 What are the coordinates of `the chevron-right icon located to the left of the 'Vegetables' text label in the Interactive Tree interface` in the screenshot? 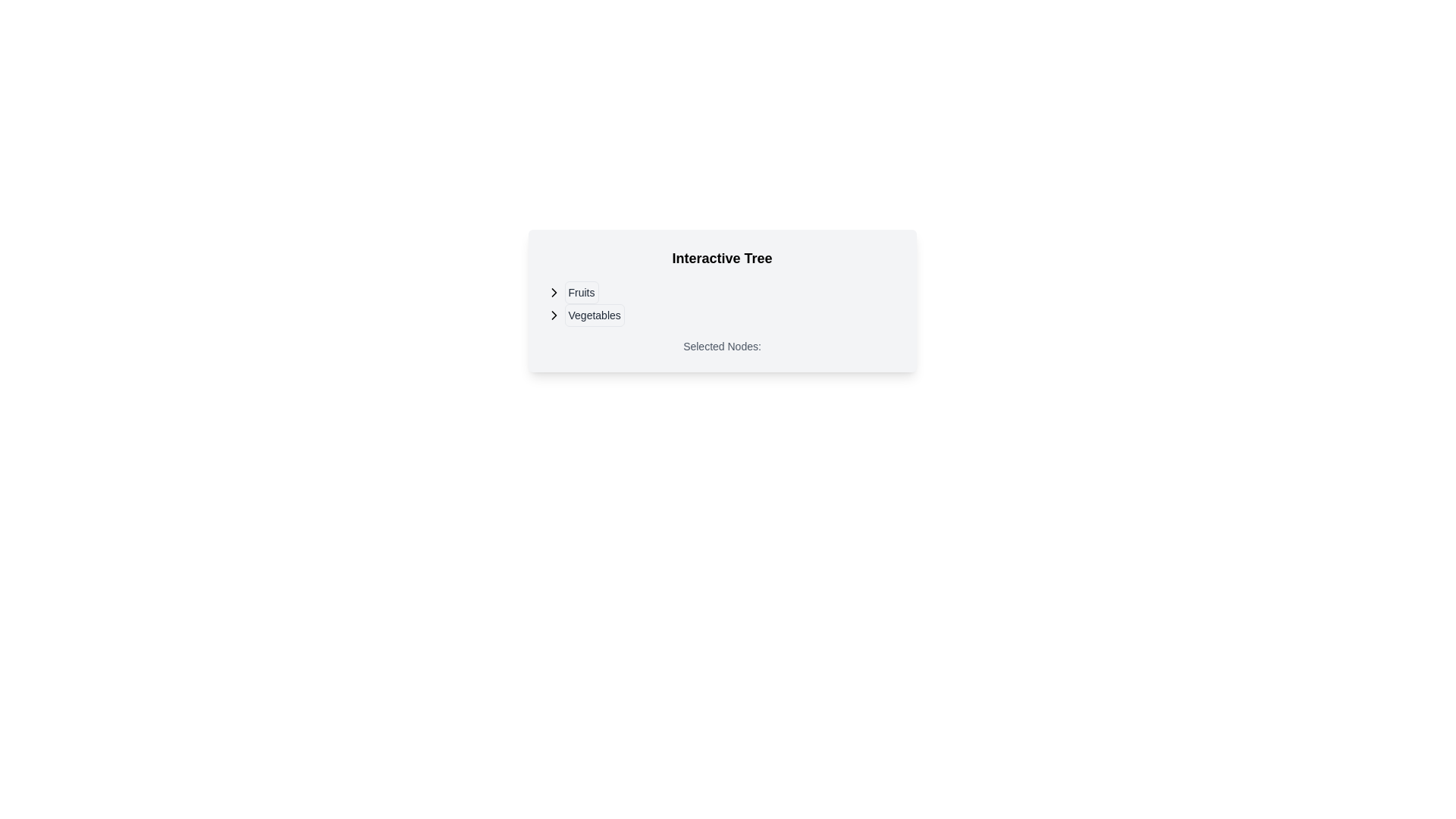 It's located at (553, 315).